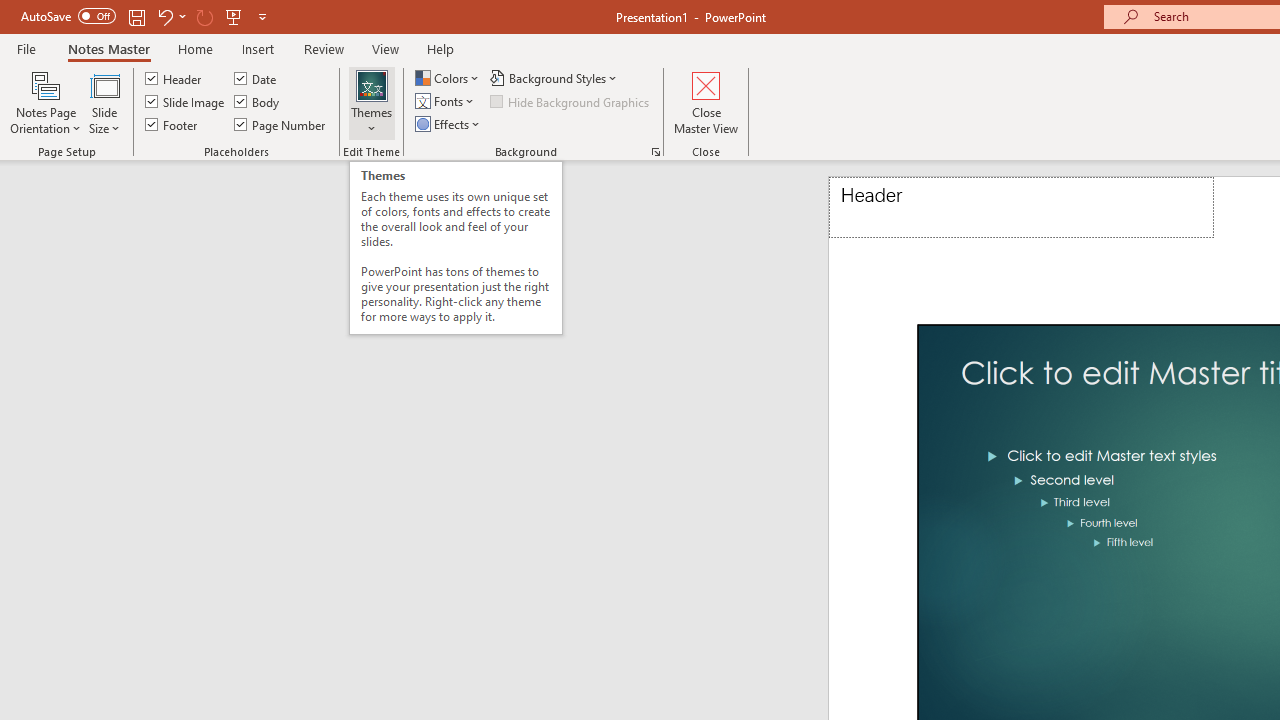 Image resolution: width=1280 pixels, height=720 pixels. I want to click on 'Background Styles', so click(555, 77).